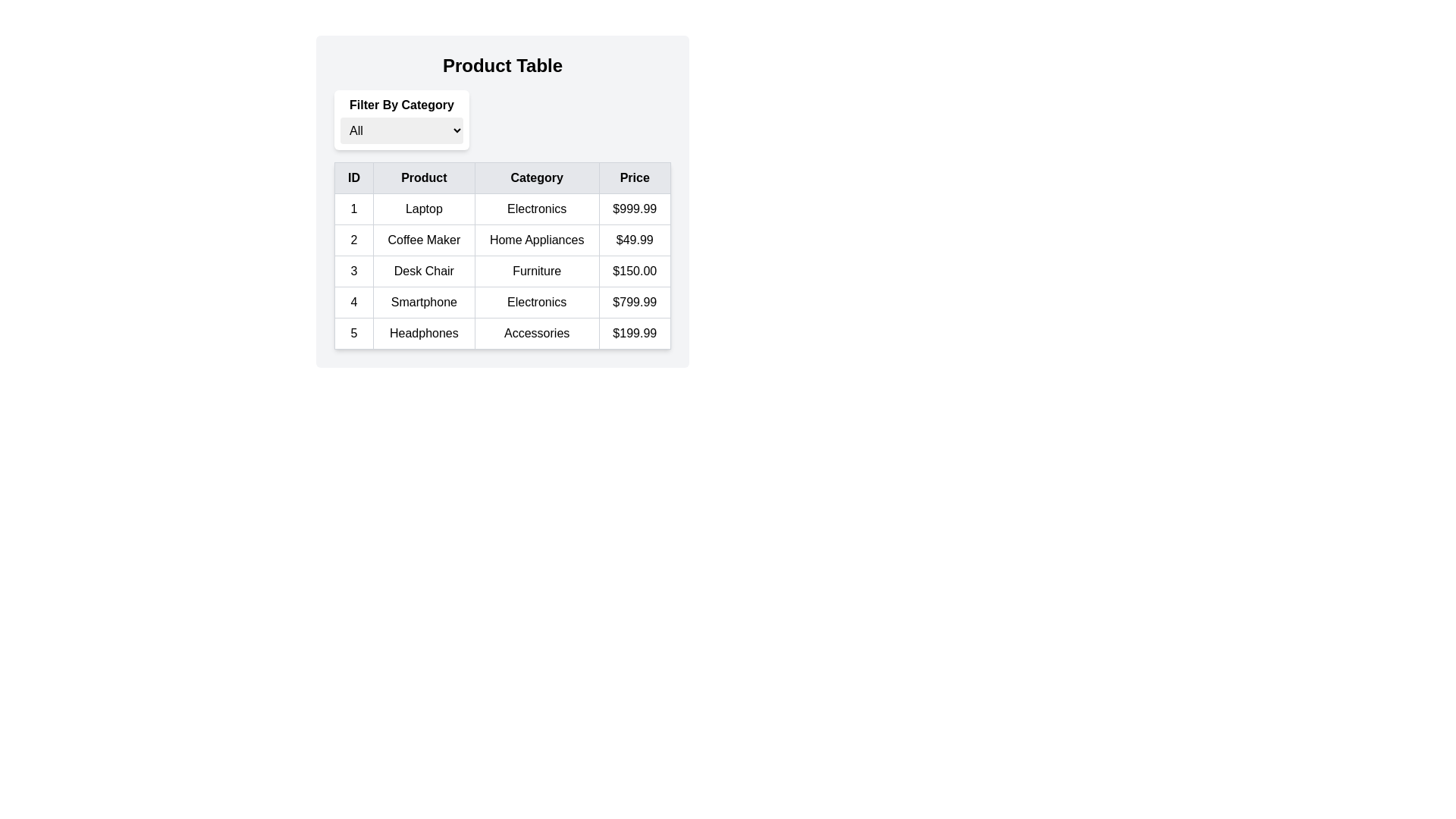 This screenshot has height=819, width=1456. What do you see at coordinates (635, 177) in the screenshot?
I see `the price header label in the table, which is located immediately to the right of the 'Category' header and provides context for the price-related data` at bounding box center [635, 177].